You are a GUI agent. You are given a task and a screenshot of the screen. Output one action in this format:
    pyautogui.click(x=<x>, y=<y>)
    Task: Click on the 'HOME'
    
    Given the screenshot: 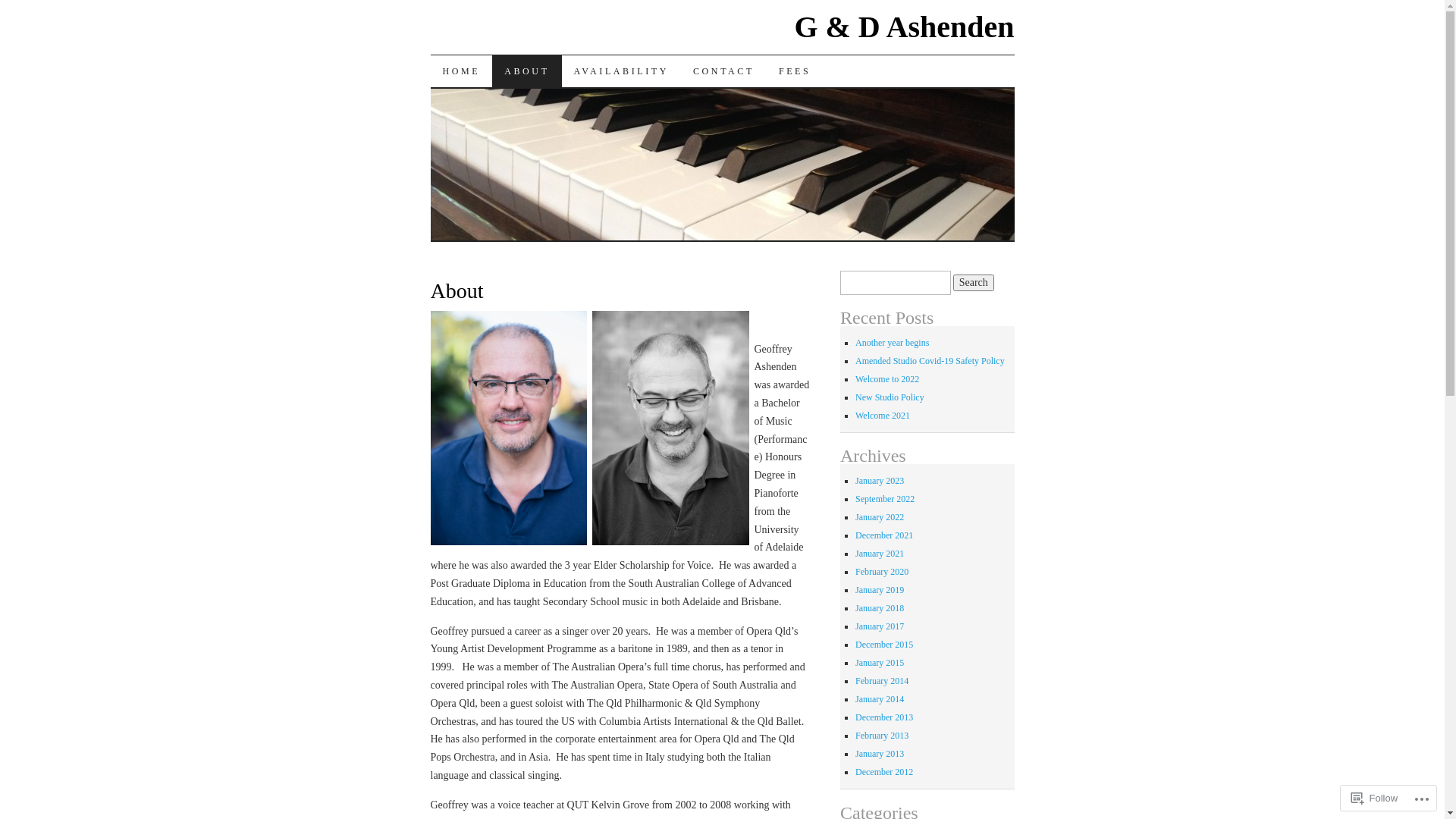 What is the action you would take?
    pyautogui.click(x=461, y=71)
    